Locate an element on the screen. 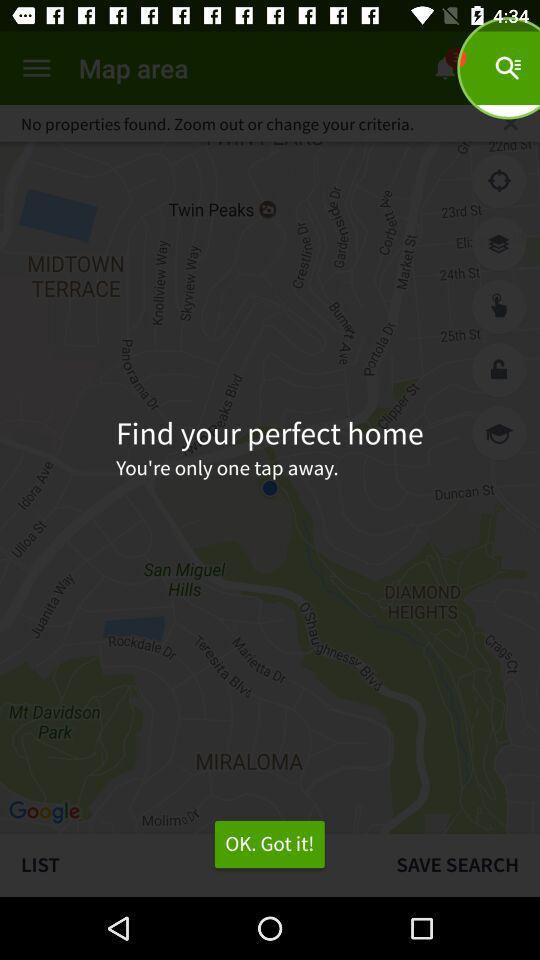 This screenshot has height=960, width=540. current location is located at coordinates (498, 181).